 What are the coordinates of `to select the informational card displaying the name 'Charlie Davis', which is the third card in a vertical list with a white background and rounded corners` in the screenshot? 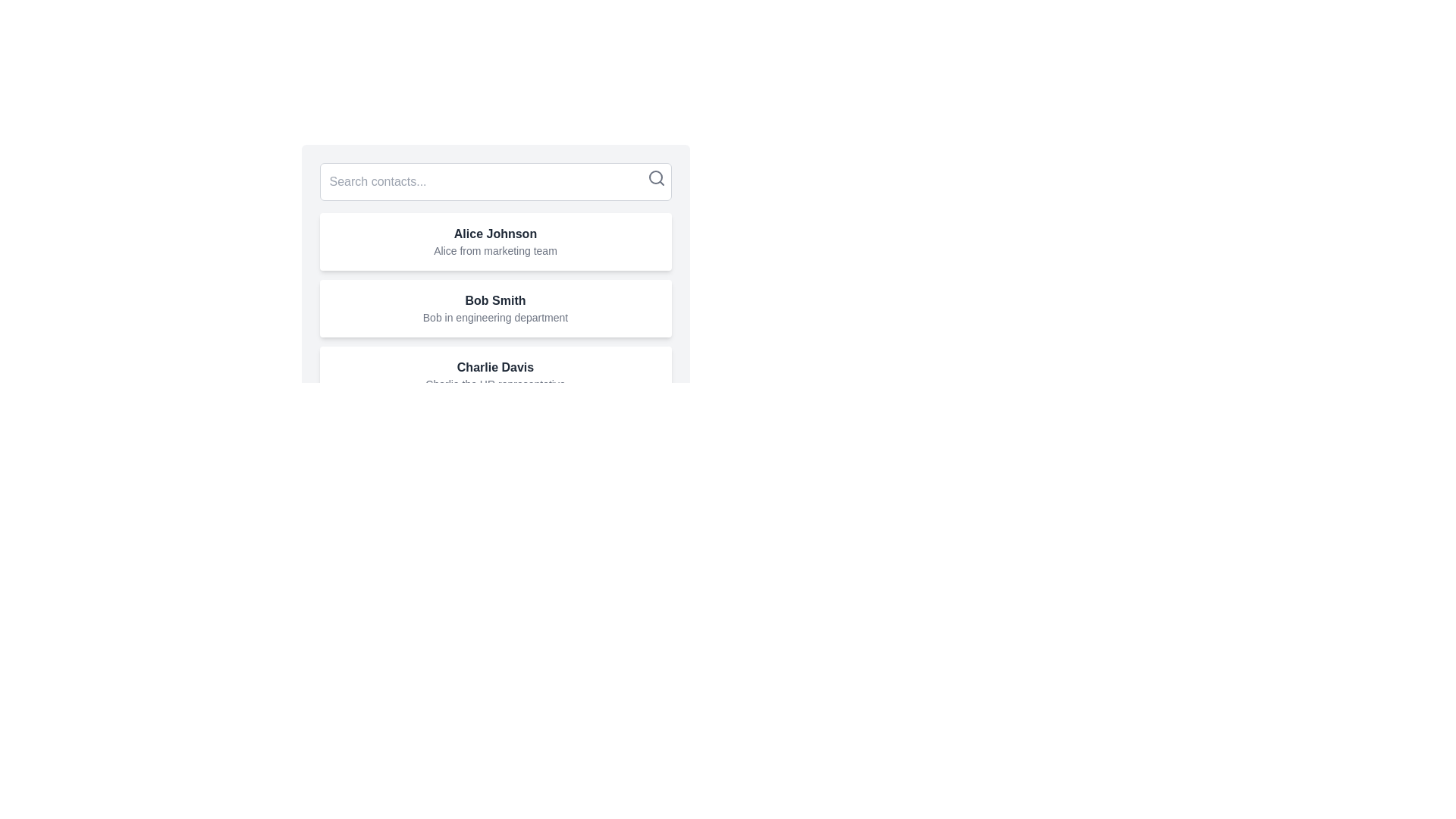 It's located at (495, 375).